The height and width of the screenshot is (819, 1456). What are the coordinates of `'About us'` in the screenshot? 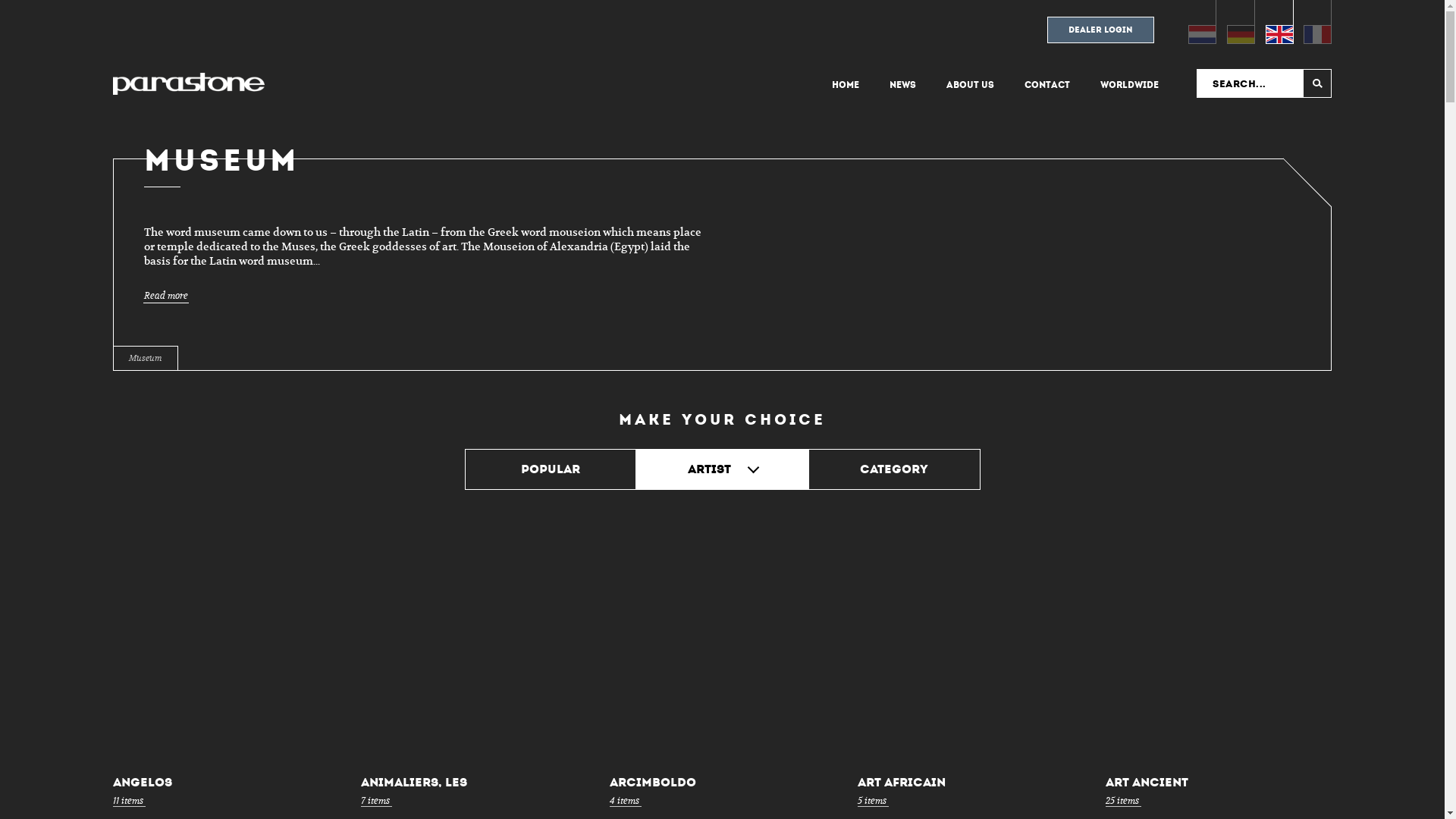 It's located at (969, 84).